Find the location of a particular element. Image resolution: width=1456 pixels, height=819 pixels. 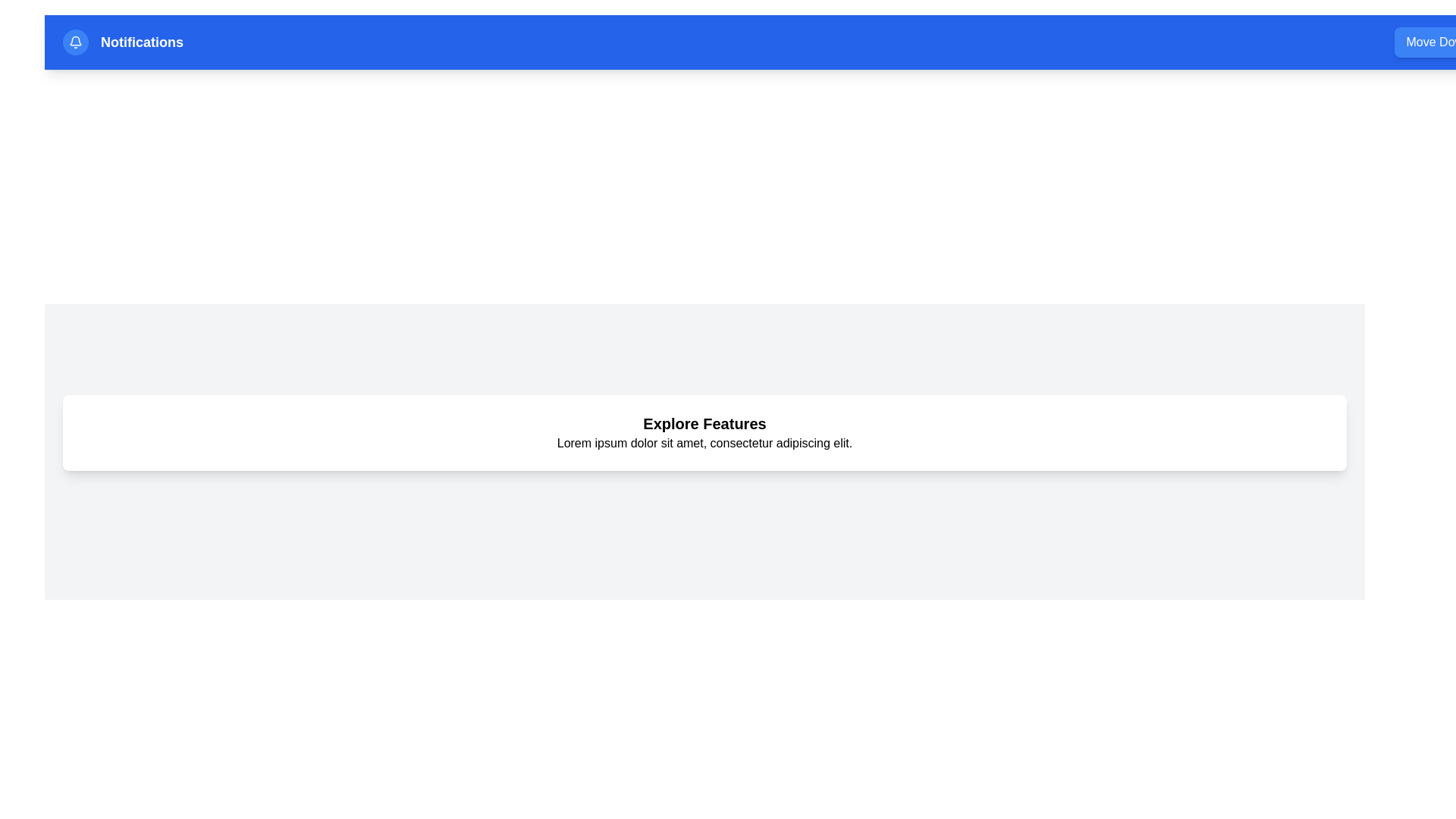

text label that contains 'Lorem ipsum dolor sit amet, consectetur adipiscing elit.' located below the 'Explore Features' text is located at coordinates (704, 444).